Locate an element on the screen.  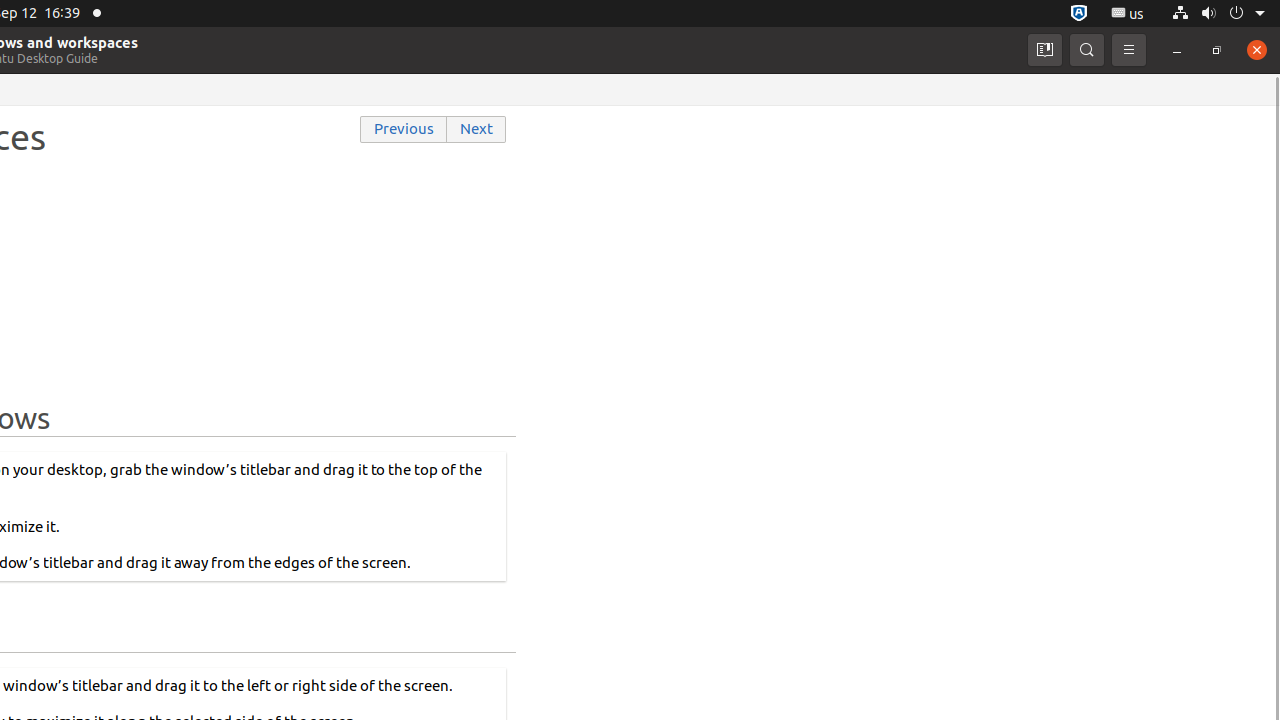
'Restore' is located at coordinates (1216, 48).